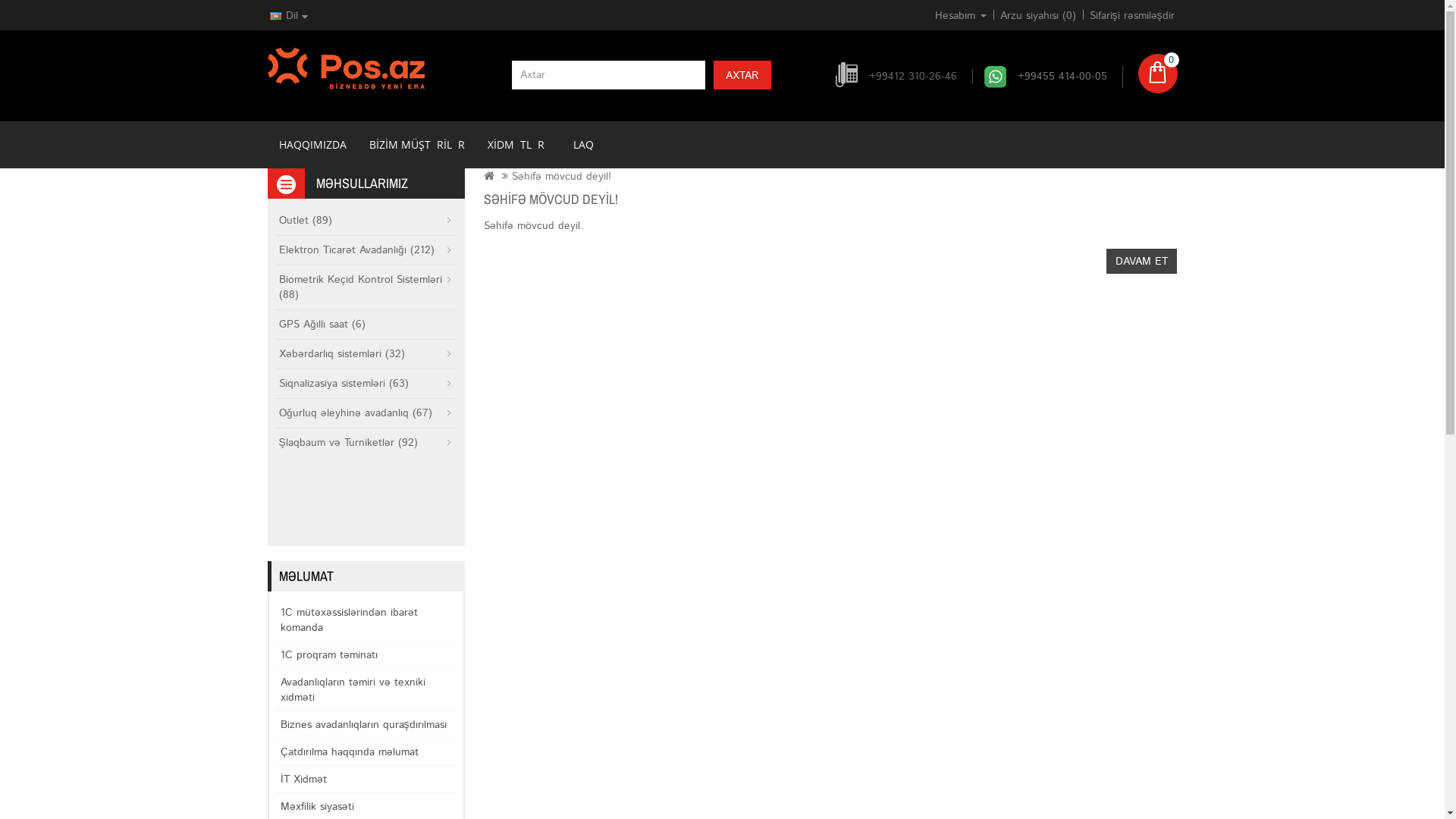 Image resolution: width=1456 pixels, height=819 pixels. What do you see at coordinates (1062, 76) in the screenshot?
I see `'+99455 414-00-05'` at bounding box center [1062, 76].